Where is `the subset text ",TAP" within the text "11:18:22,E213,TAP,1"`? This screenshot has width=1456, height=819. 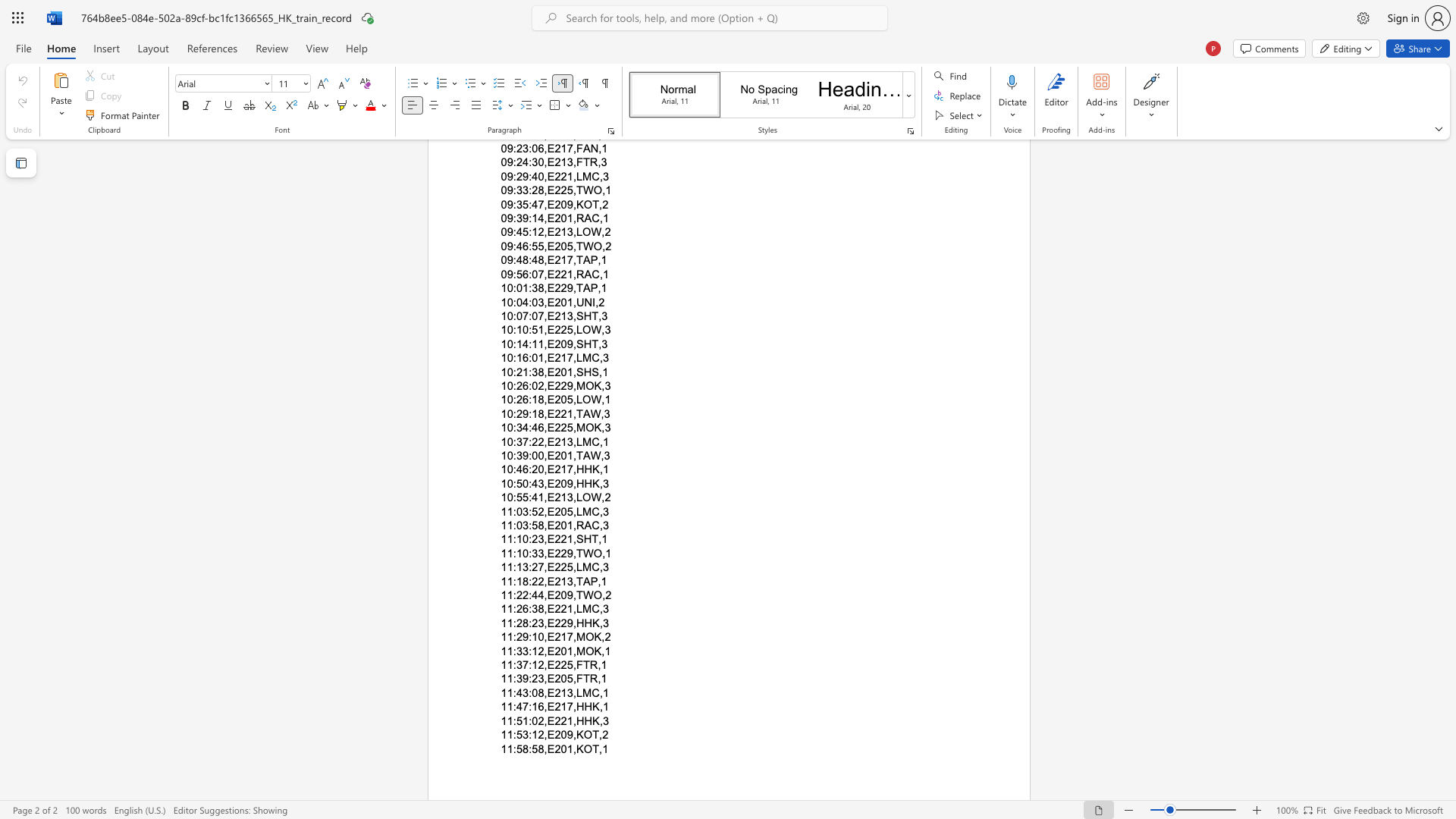 the subset text ",TAP" within the text "11:18:22,E213,TAP,1" is located at coordinates (572, 580).